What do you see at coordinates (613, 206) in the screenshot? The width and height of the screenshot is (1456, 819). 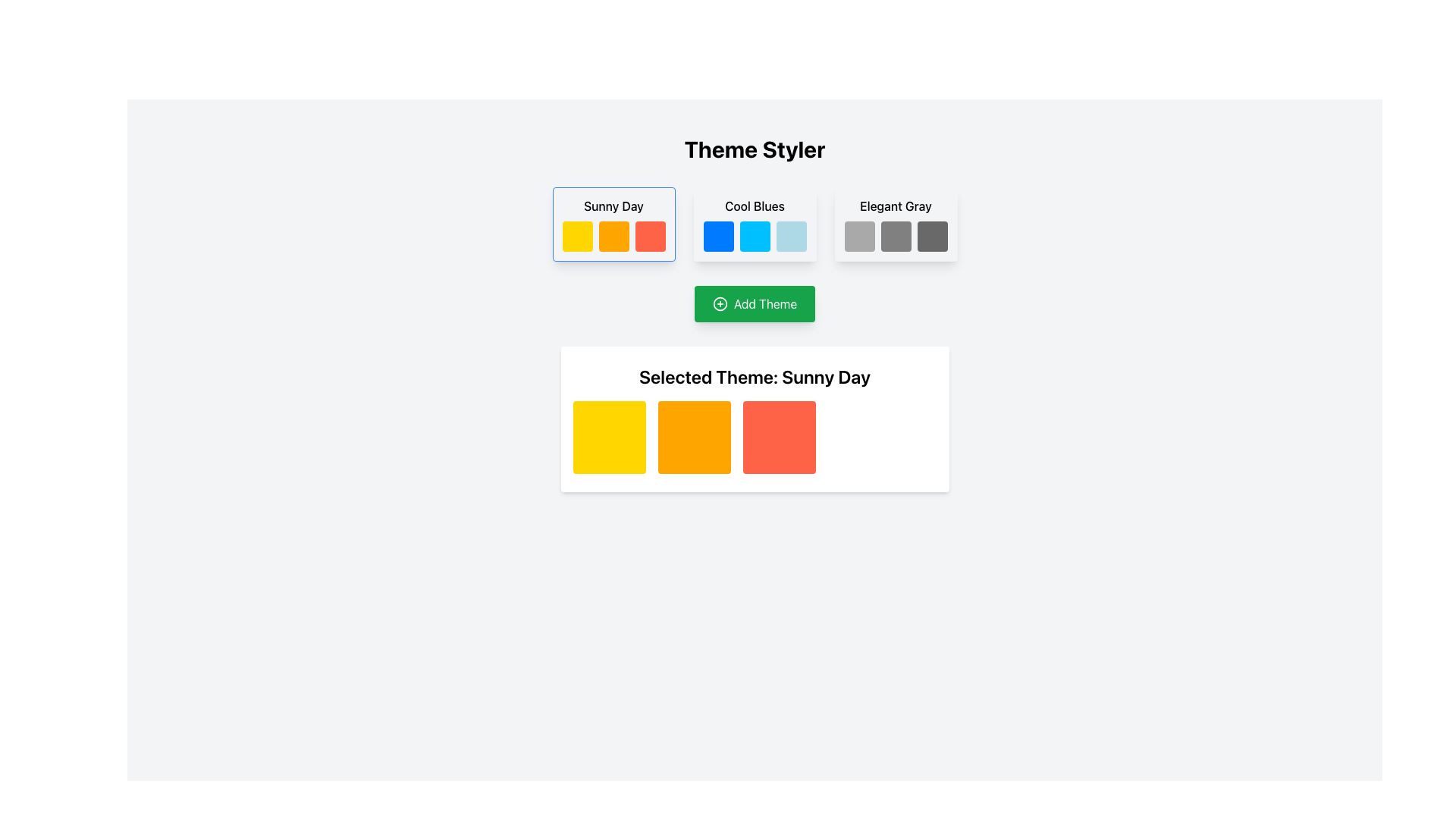 I see `the text label displaying 'Sunny Day'` at bounding box center [613, 206].